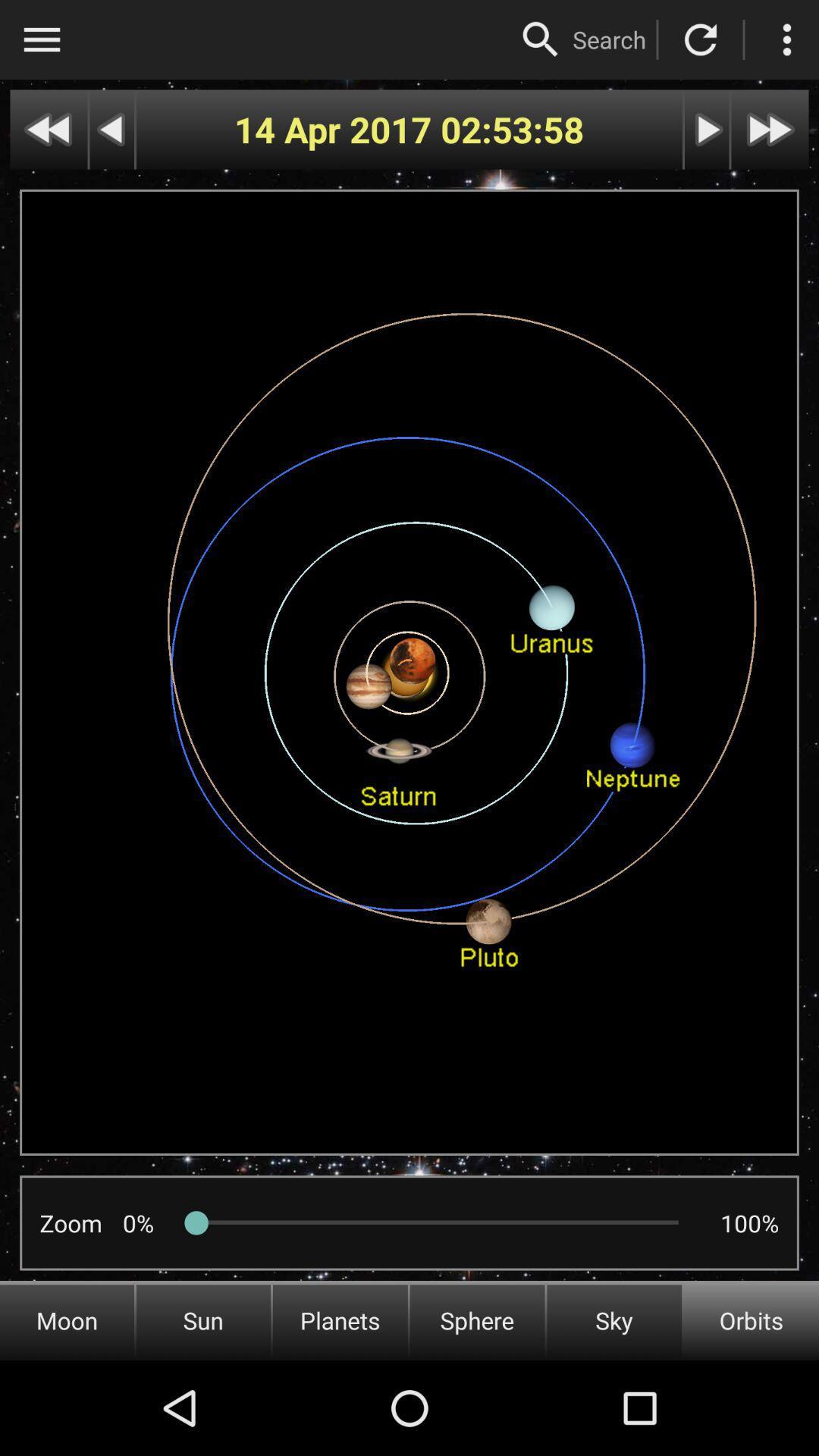 The height and width of the screenshot is (1456, 819). I want to click on go back, so click(48, 130).